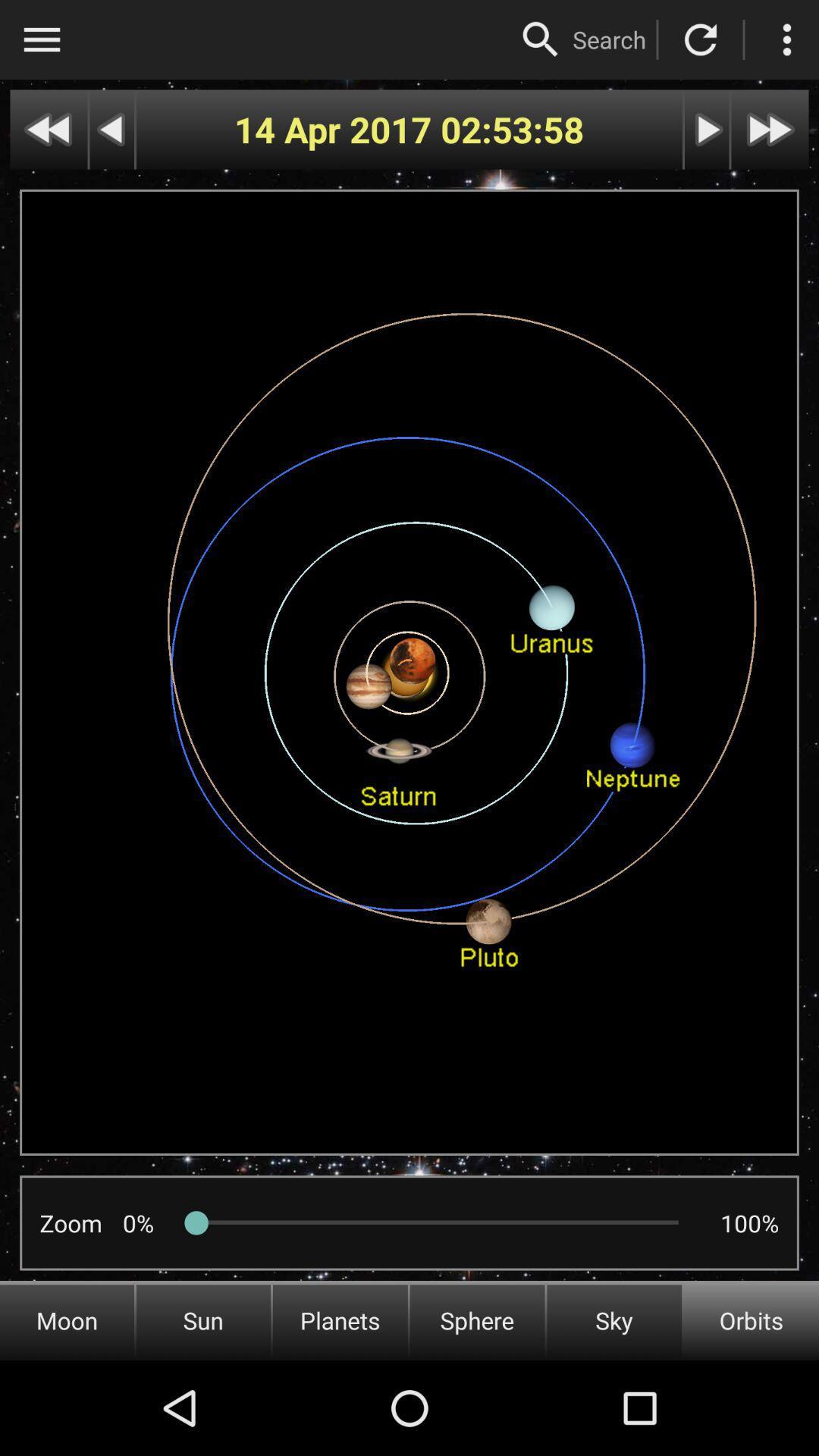 The height and width of the screenshot is (1456, 819). I want to click on go back, so click(48, 130).